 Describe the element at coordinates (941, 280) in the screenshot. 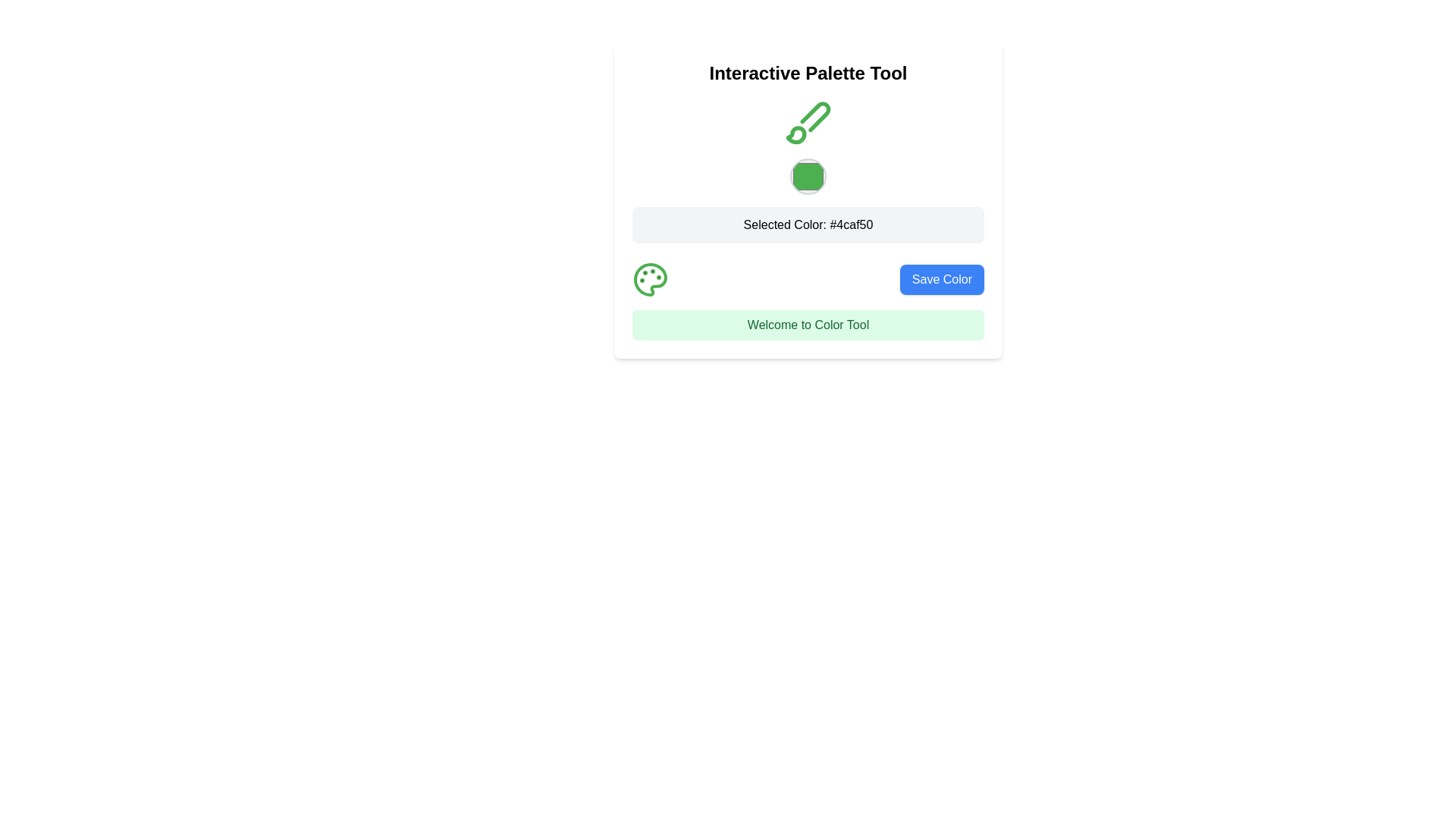

I see `the rectangular blue button labeled 'Save Color'` at that location.